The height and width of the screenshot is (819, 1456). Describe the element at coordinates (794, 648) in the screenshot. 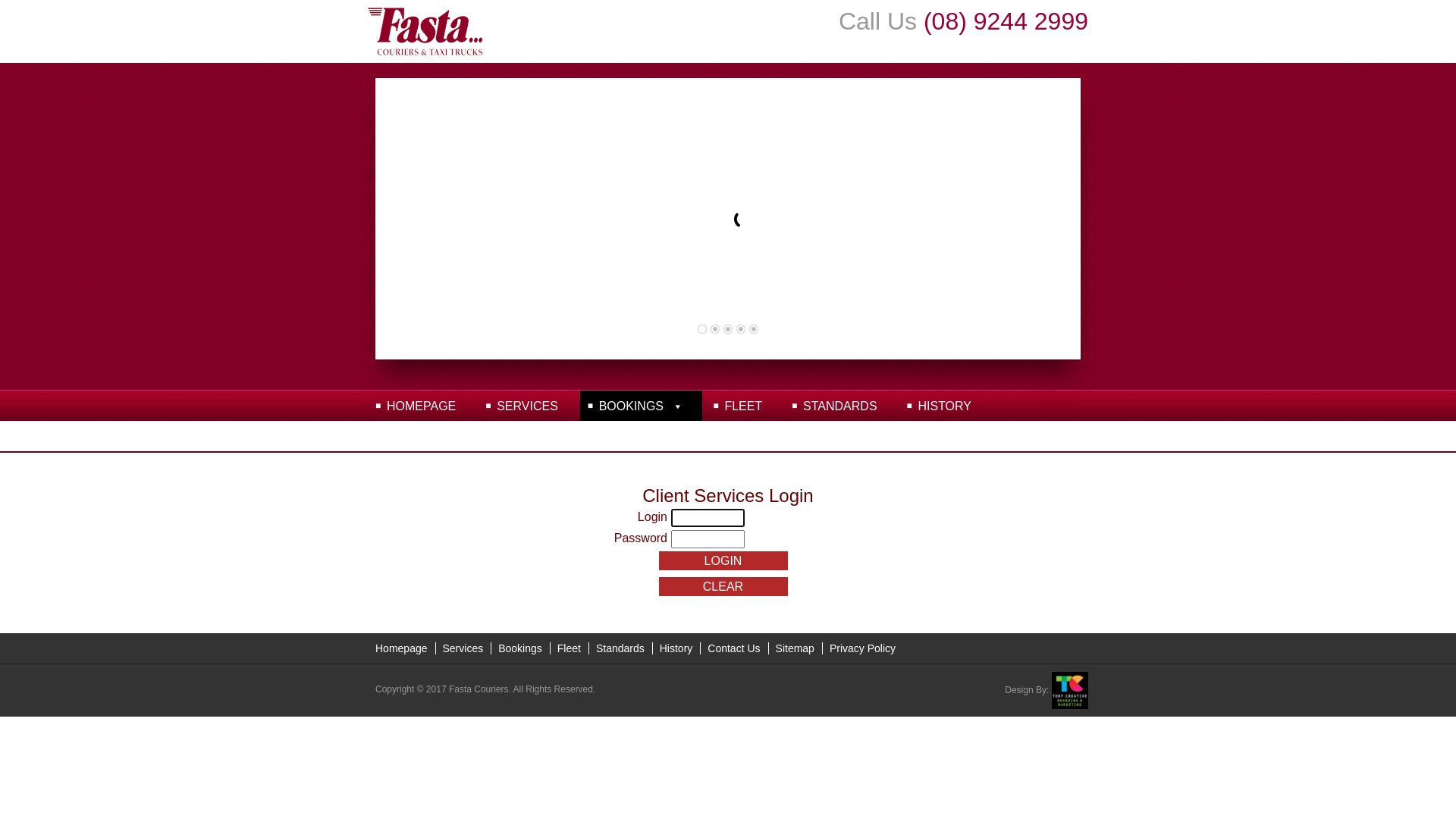

I see `'Sitemap'` at that location.